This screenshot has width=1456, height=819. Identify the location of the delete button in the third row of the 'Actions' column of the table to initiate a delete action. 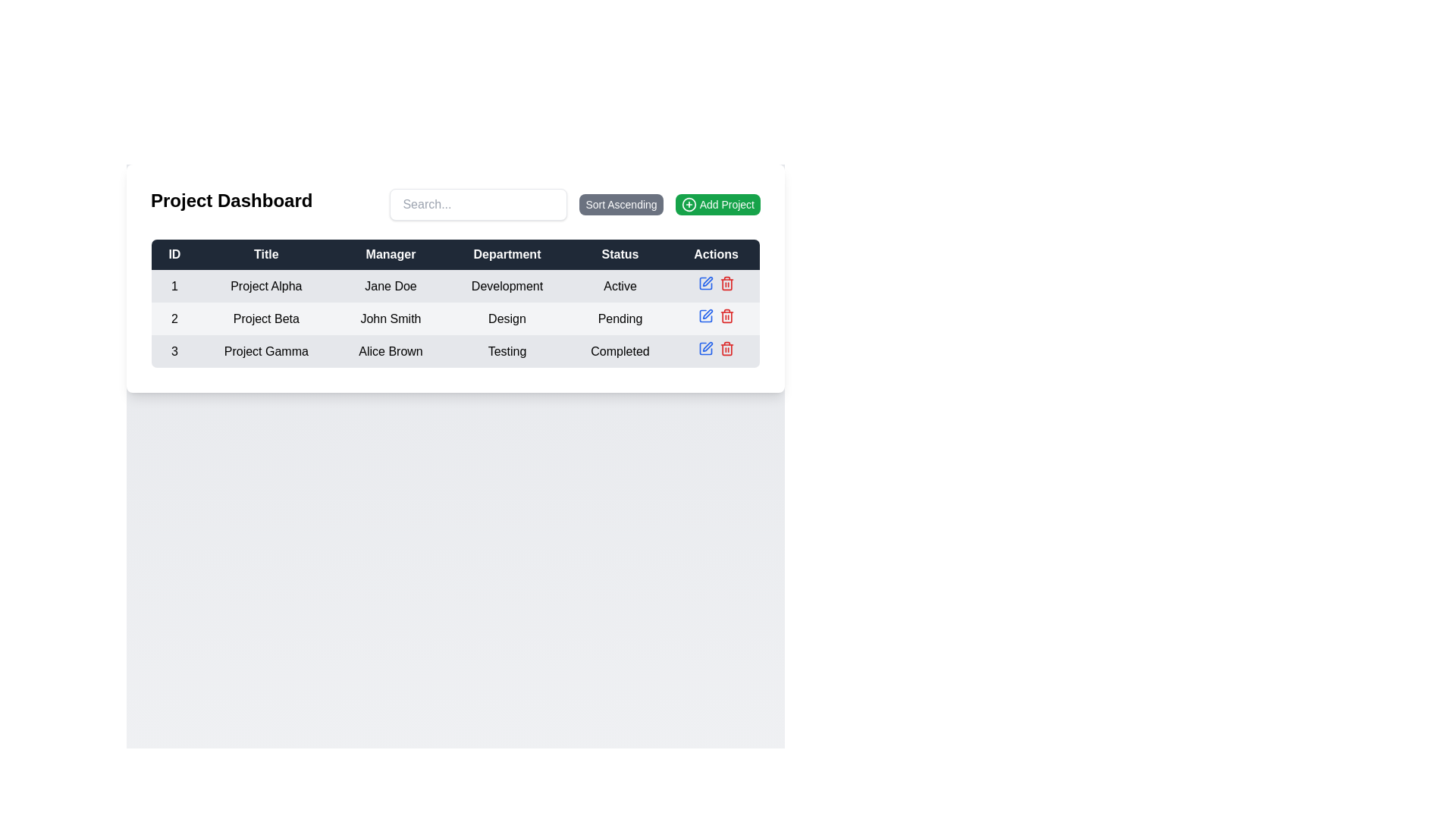
(726, 284).